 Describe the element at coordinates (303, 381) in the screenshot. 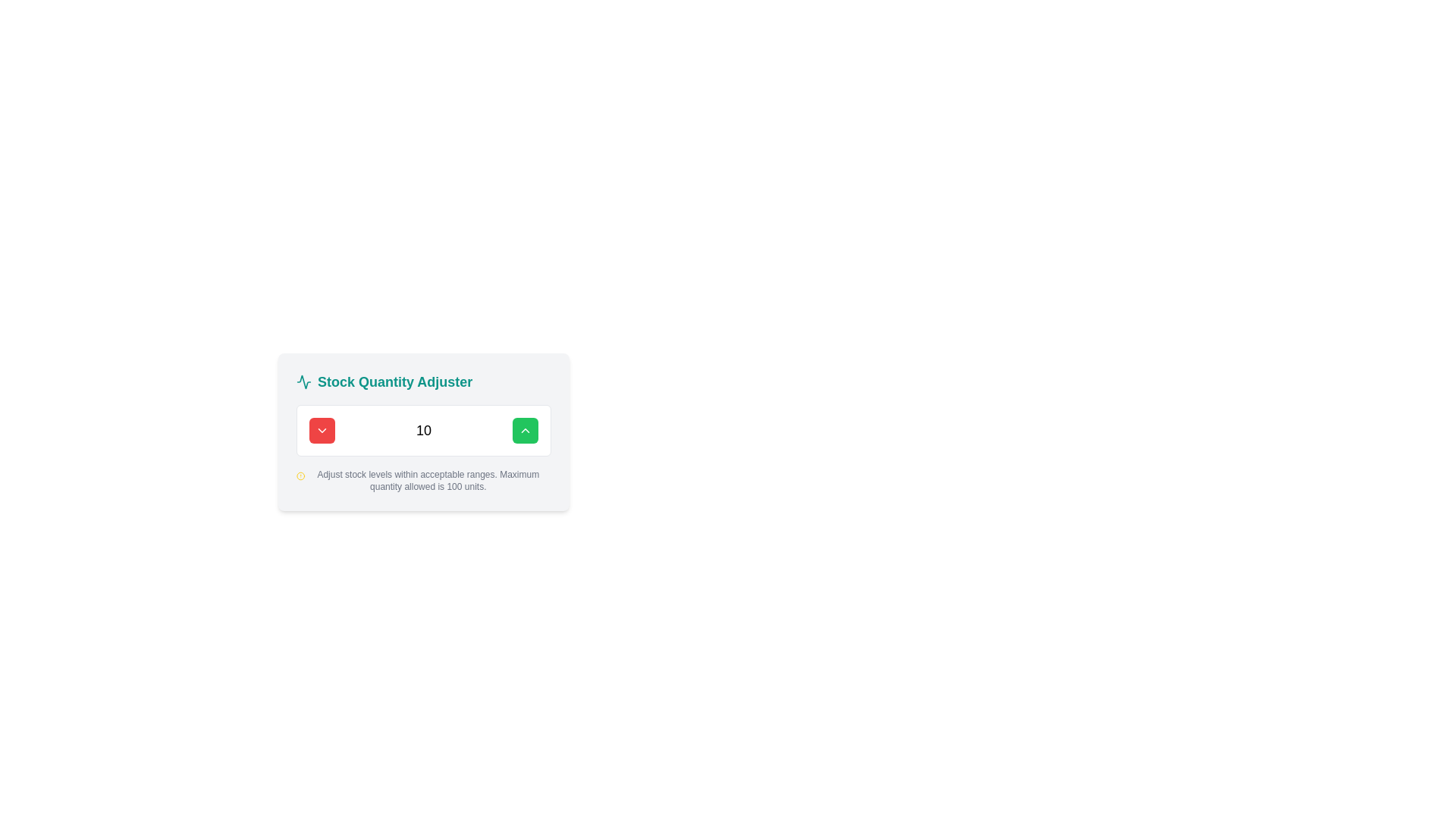

I see `the teal activity or pulse graph icon located to the left of the 'Stock Quantity Adjuster' title` at that location.